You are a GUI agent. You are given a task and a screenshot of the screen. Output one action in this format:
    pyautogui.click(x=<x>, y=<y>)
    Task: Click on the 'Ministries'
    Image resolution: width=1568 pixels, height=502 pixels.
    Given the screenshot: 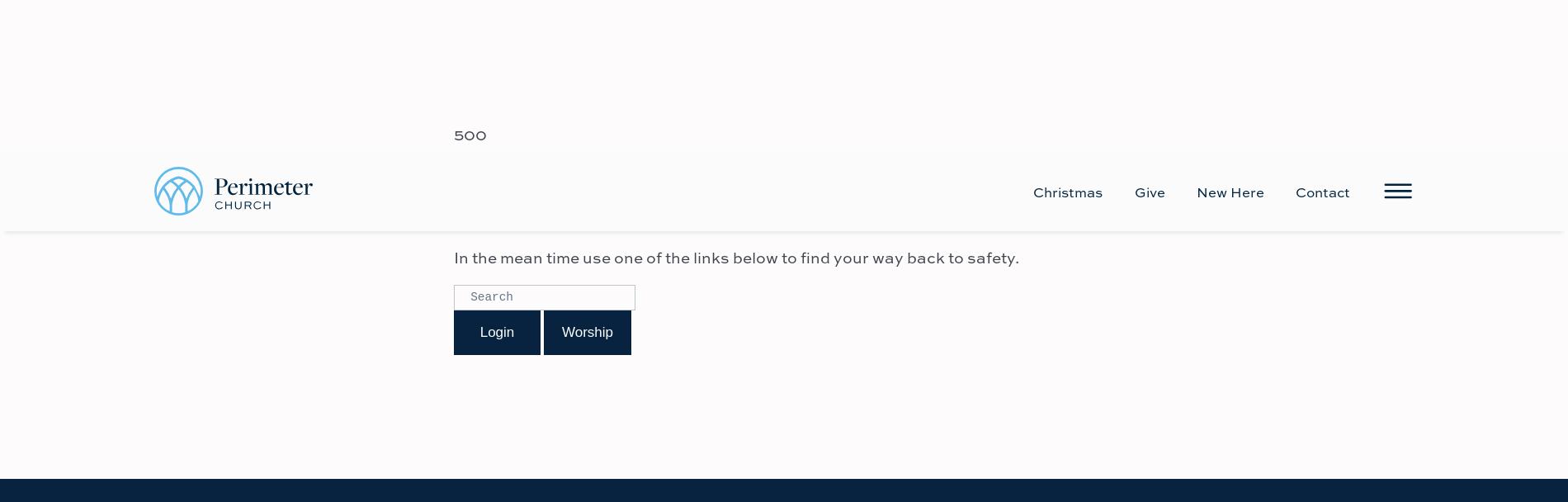 What is the action you would take?
    pyautogui.click(x=782, y=412)
    